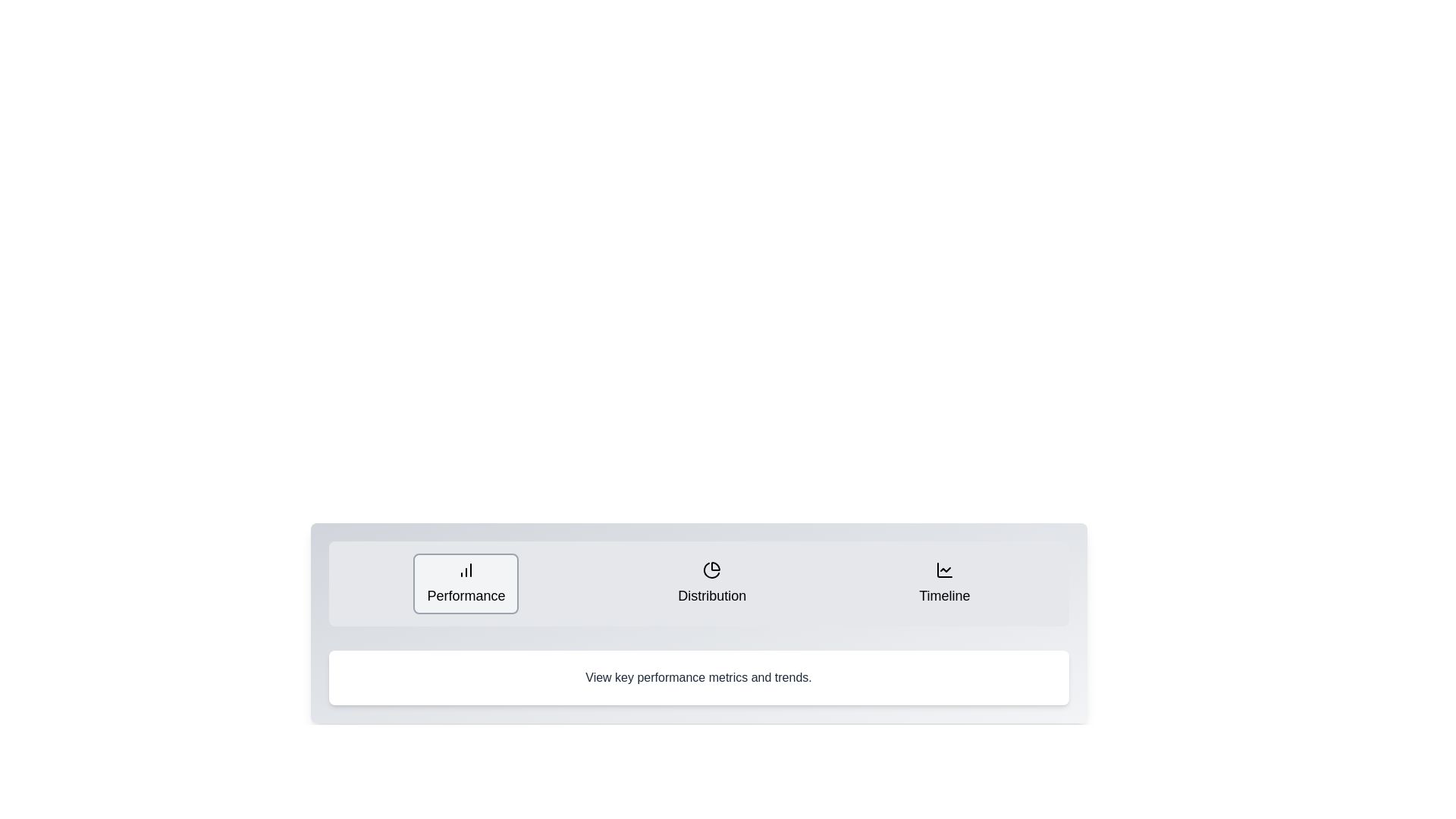 The height and width of the screenshot is (819, 1456). Describe the element at coordinates (711, 583) in the screenshot. I see `the Distribution tab` at that location.